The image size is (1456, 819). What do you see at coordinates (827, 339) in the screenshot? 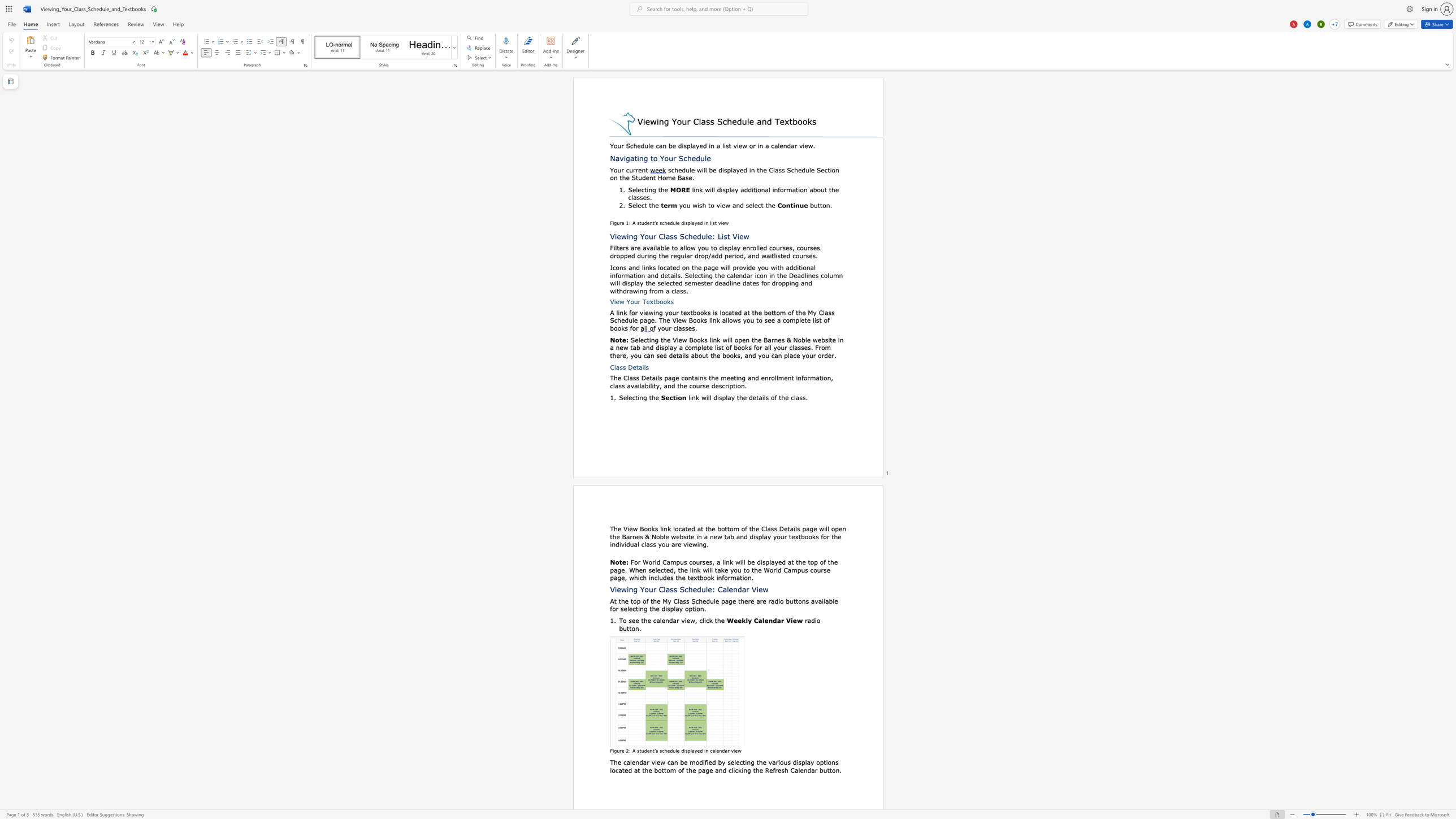
I see `the space between the continuous character "s" and "i" in the text` at bounding box center [827, 339].